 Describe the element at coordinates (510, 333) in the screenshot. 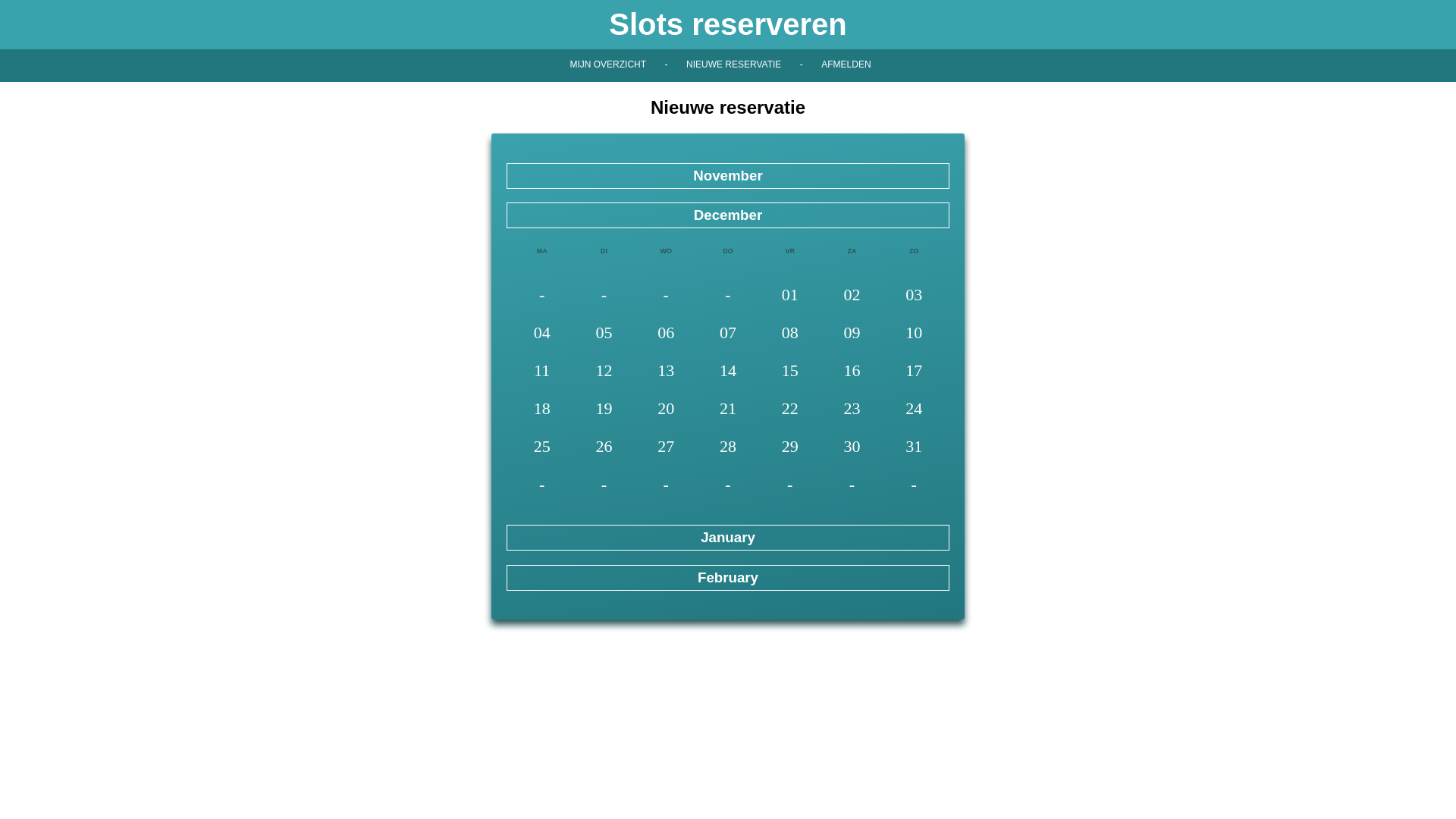

I see `'04'` at that location.